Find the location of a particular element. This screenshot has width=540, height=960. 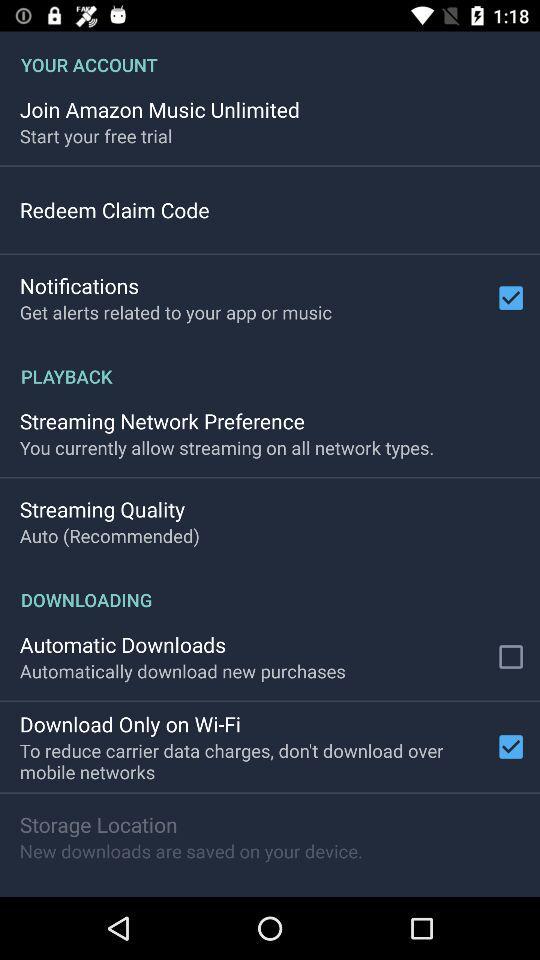

the icon below the join amazon music app is located at coordinates (95, 135).